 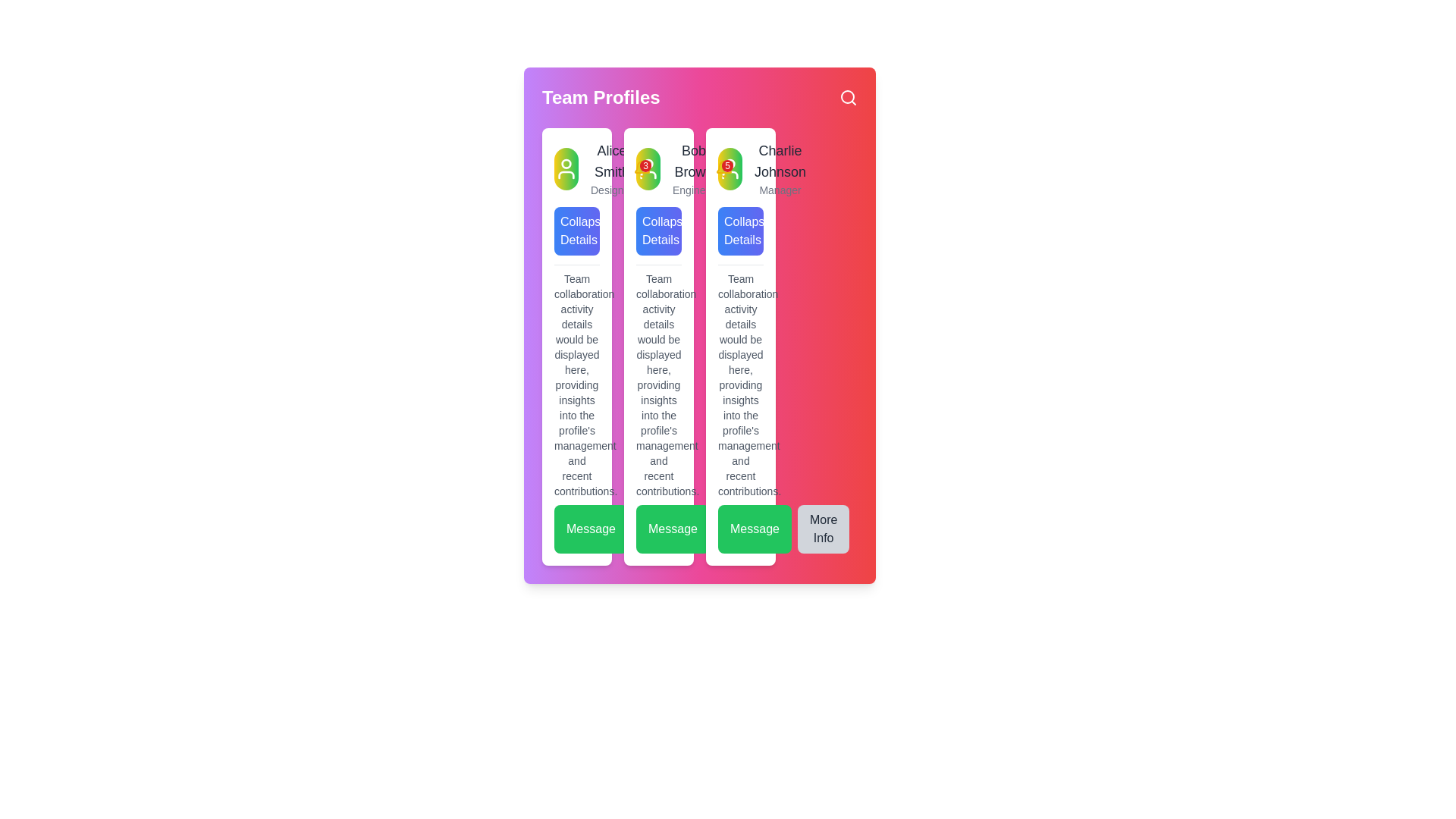 I want to click on the 'Team Profiles' text label which serves as a section title or header for team member profiles, so click(x=600, y=97).